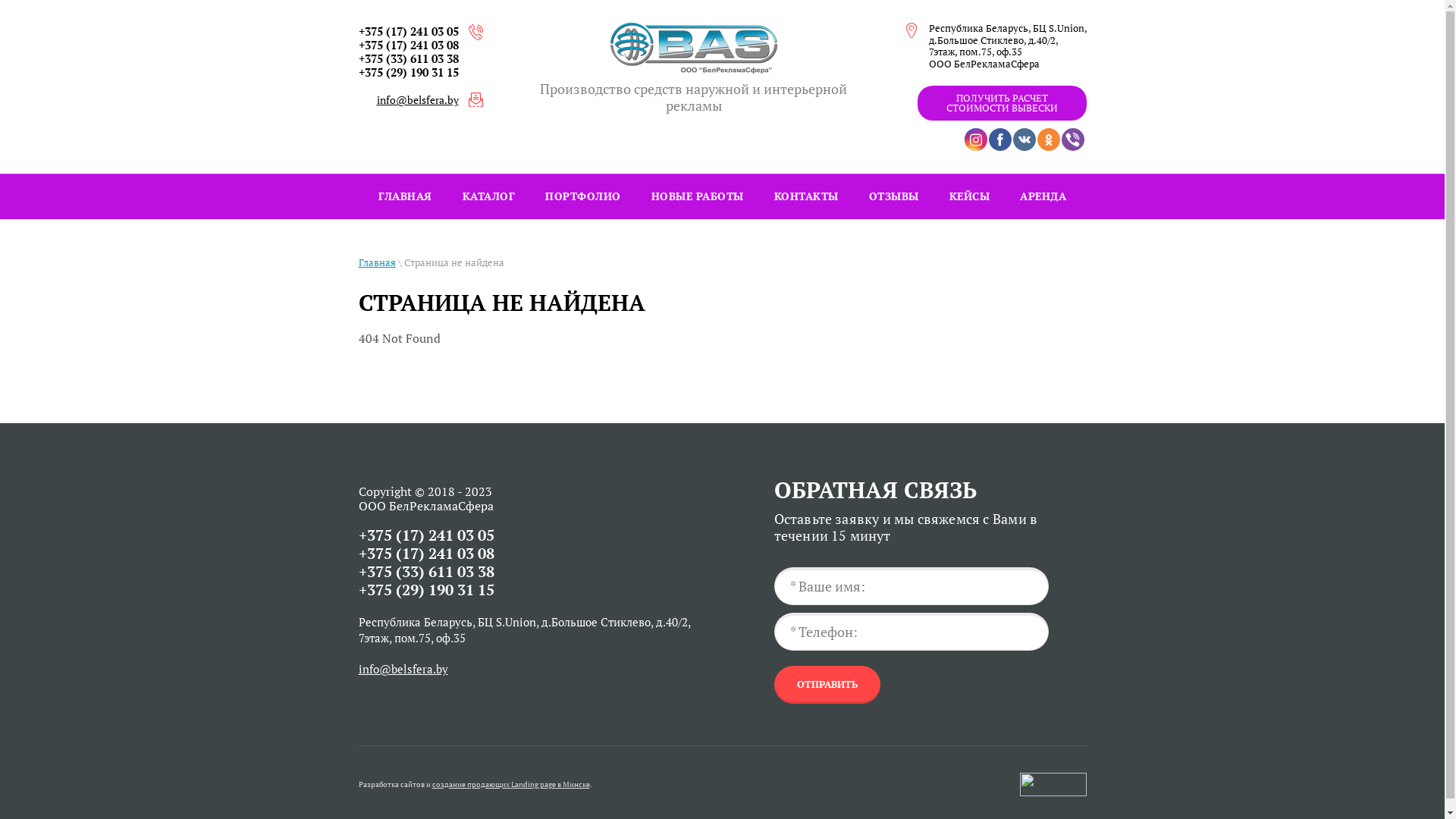 The height and width of the screenshot is (819, 1456). I want to click on '+375 (33) 611 03 38', so click(356, 571).